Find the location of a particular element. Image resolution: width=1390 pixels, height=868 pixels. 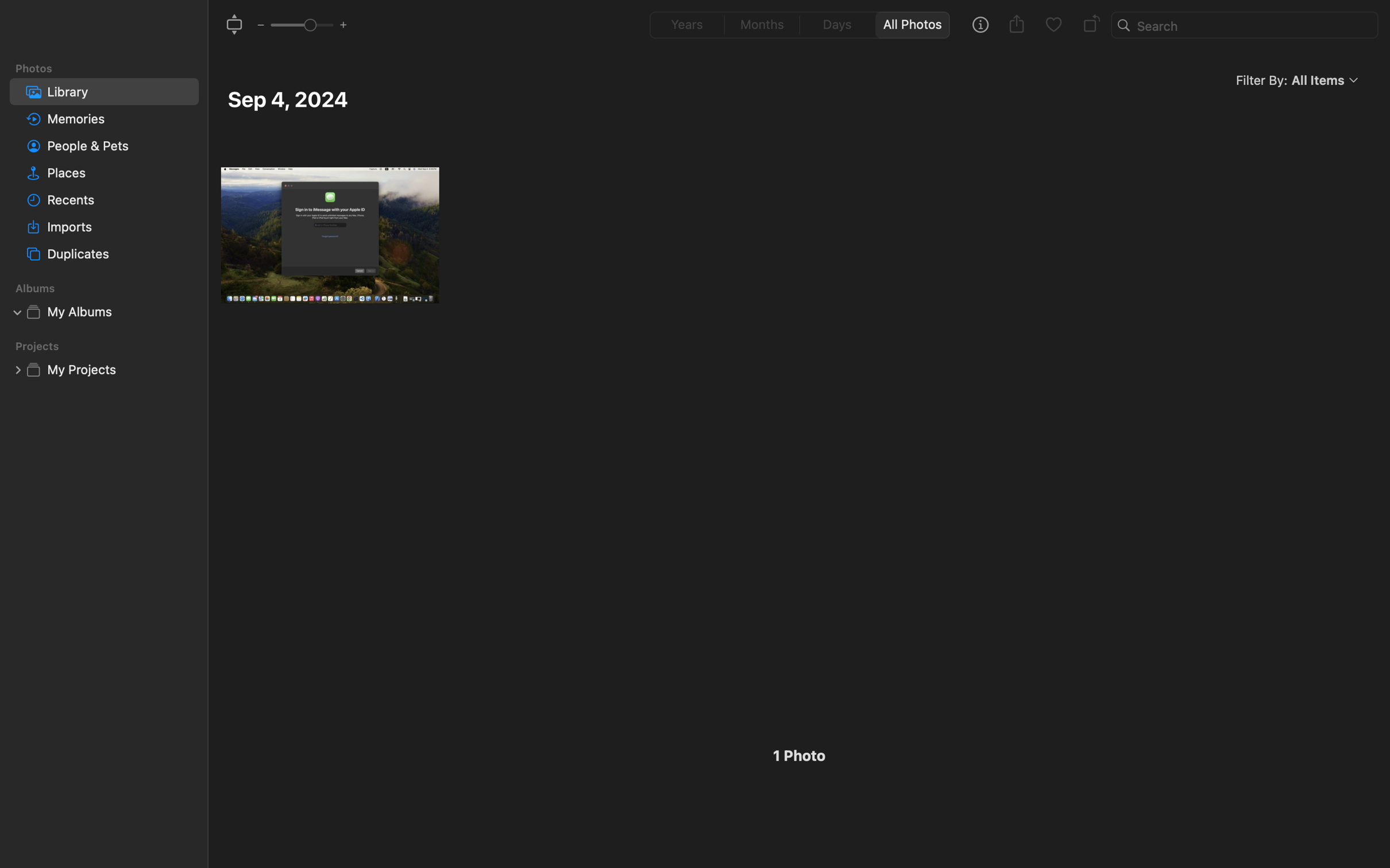

'2.0' is located at coordinates (300, 24).